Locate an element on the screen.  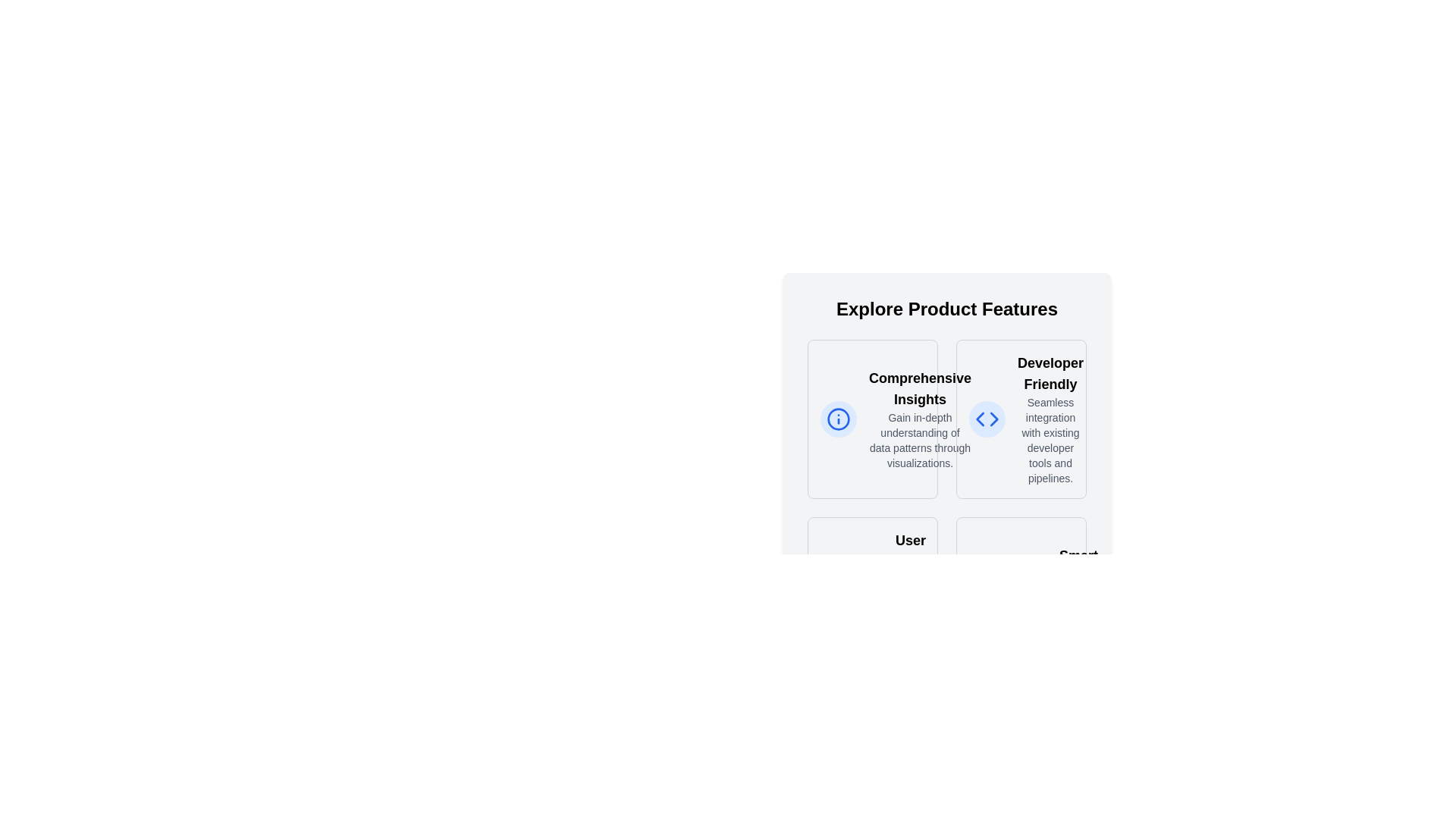
the circular badge with a blue border and light blue background containing an information icon, located at the top-left corner of the 'Comprehensive Insights' card is located at coordinates (837, 419).